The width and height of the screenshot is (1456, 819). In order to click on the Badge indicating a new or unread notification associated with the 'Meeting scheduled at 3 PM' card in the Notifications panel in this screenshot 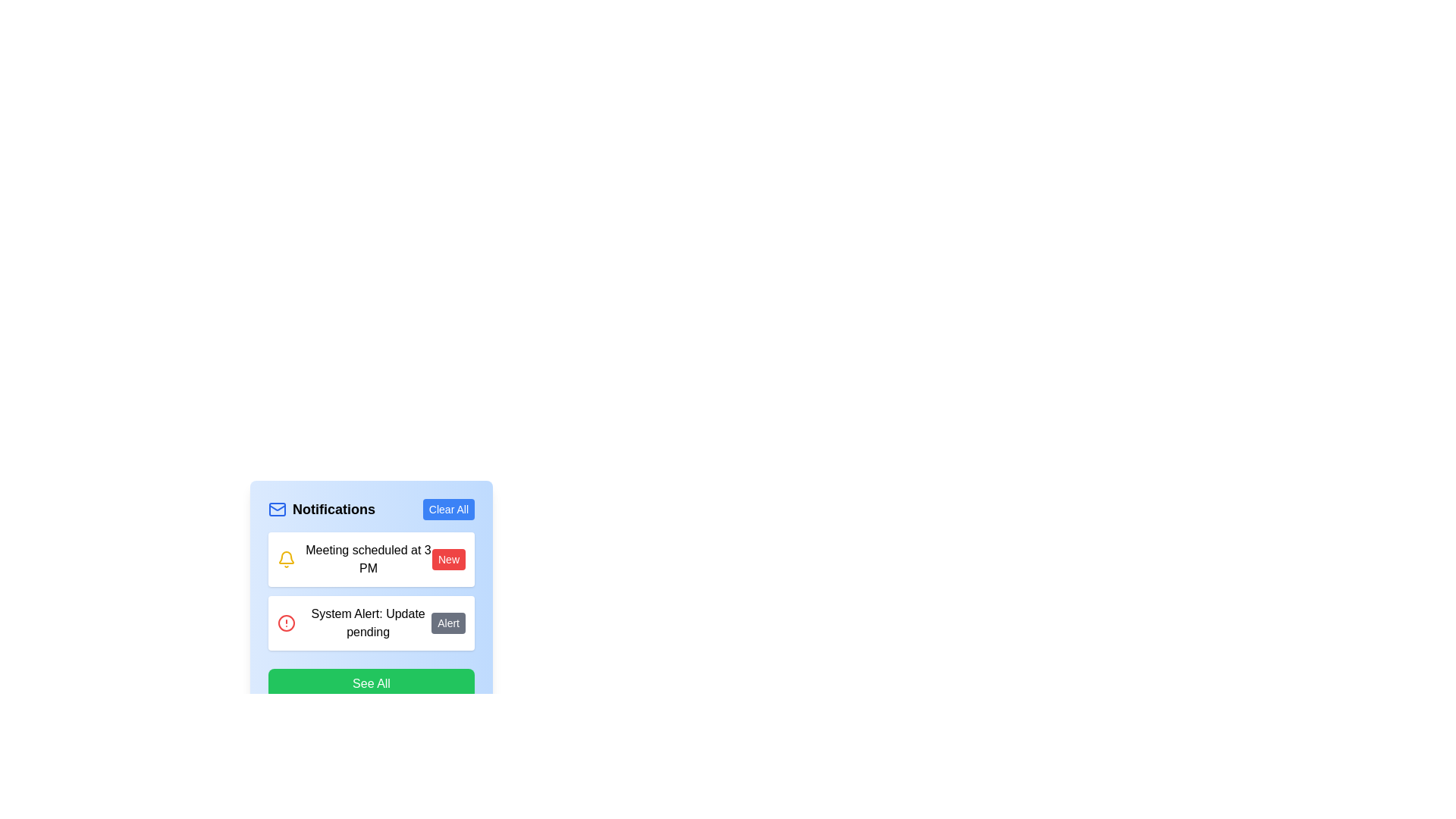, I will do `click(447, 559)`.